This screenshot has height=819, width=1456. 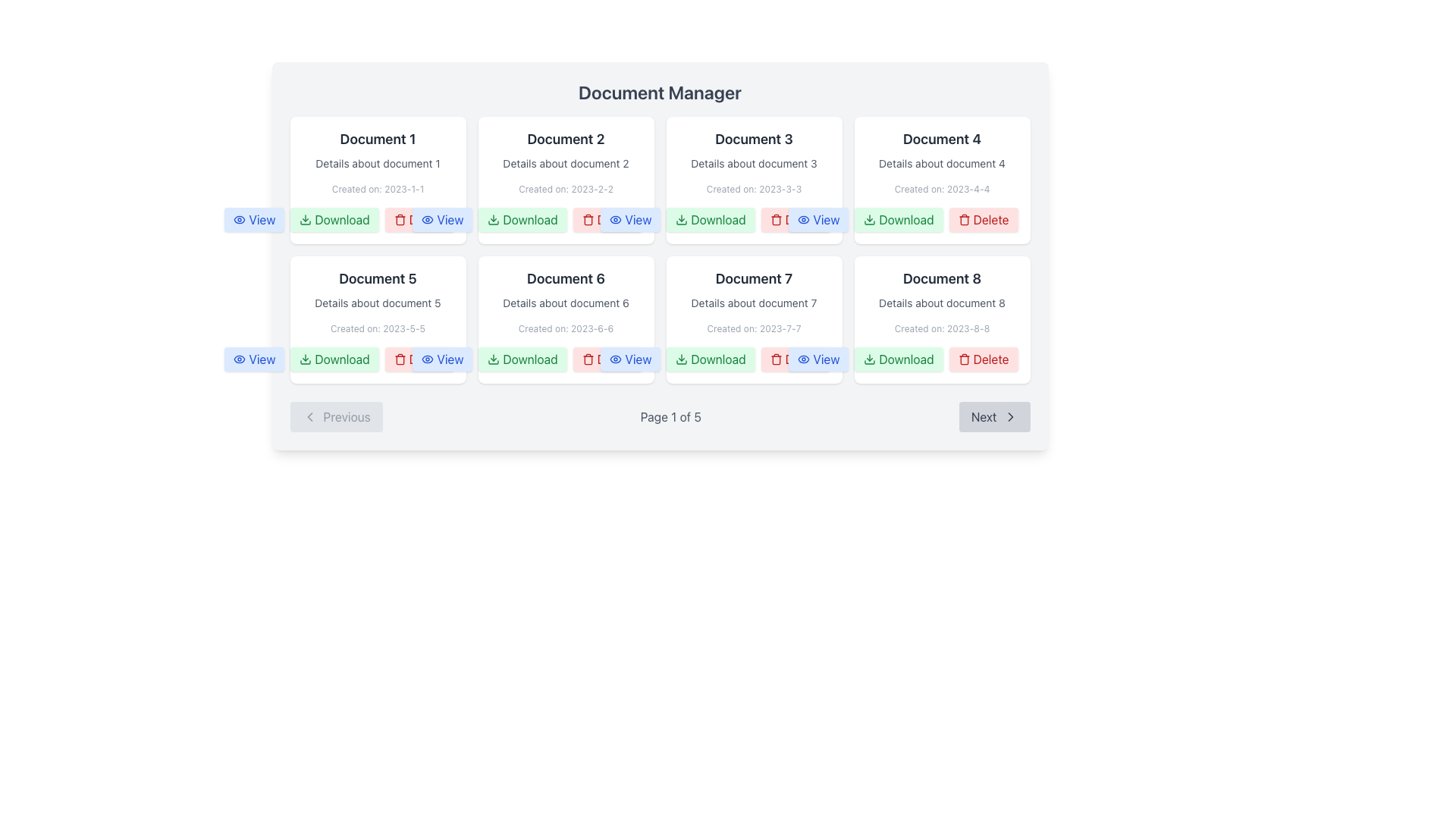 I want to click on the 'View' icon located inside the button in the second row, third column of documents, so click(x=616, y=359).